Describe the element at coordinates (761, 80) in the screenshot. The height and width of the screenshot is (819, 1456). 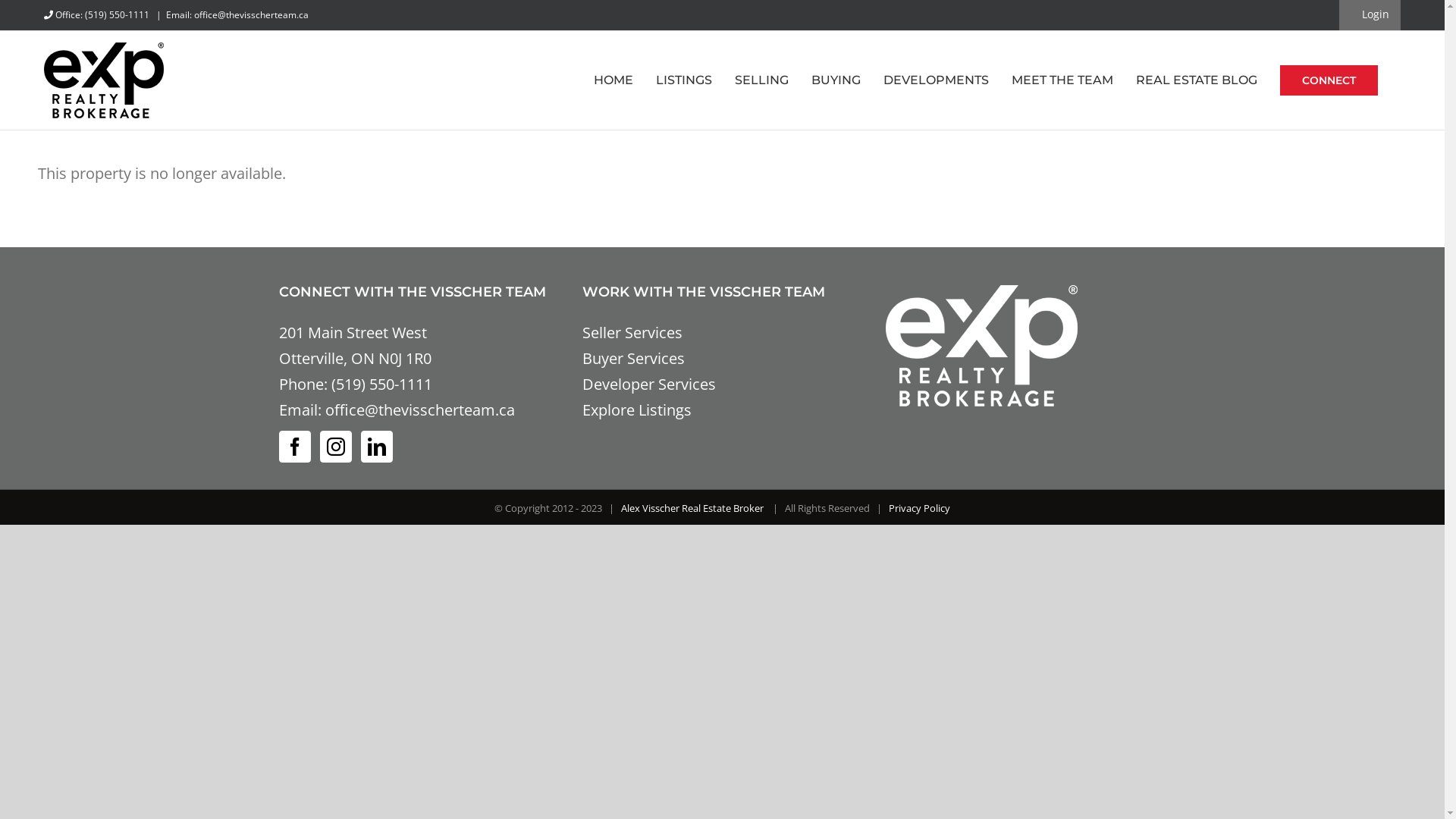
I see `'SELLING'` at that location.